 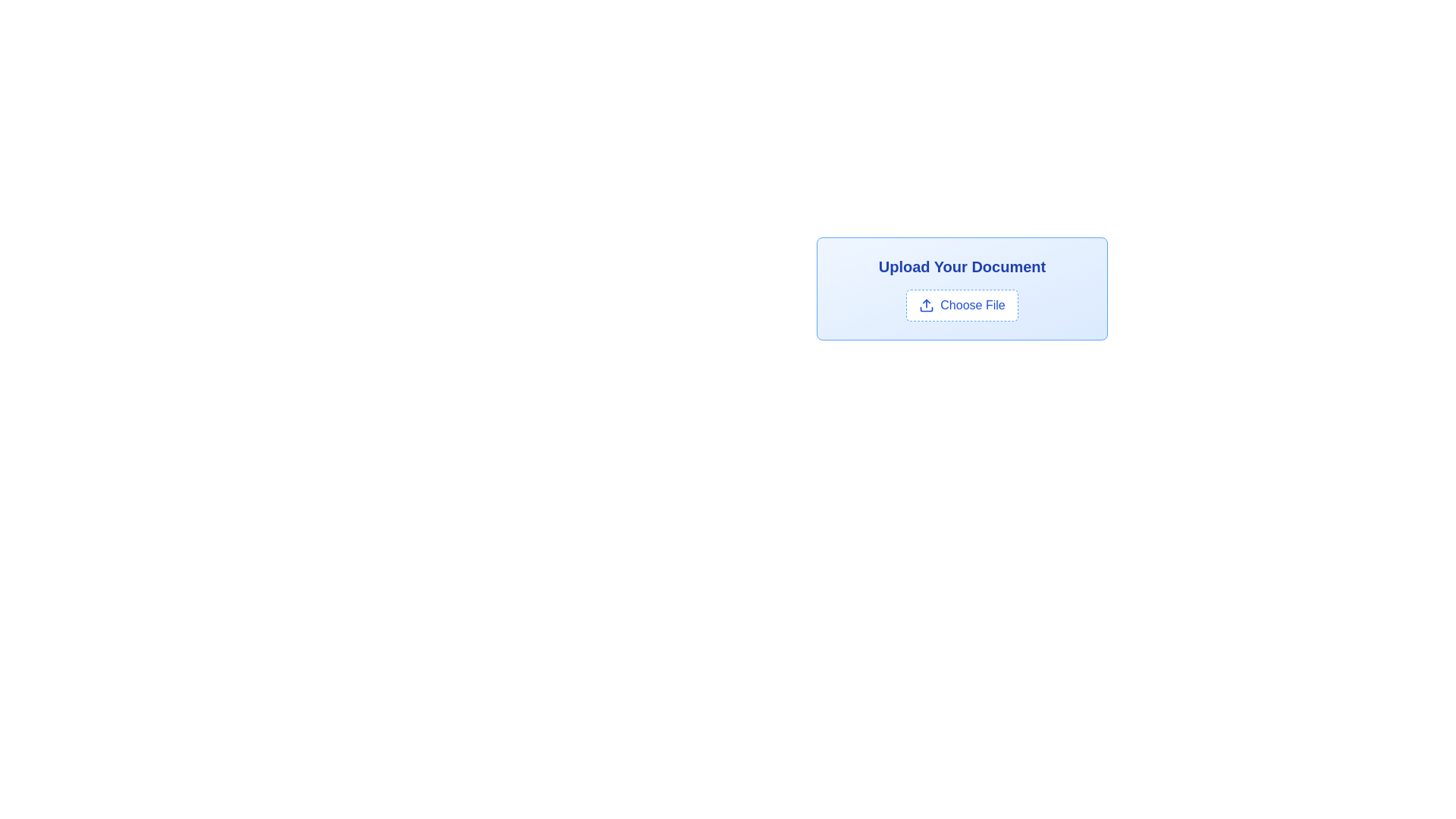 What do you see at coordinates (961, 289) in the screenshot?
I see `the button that facilitates the uploading of files, located beneath the 'Upload Your Document' text` at bounding box center [961, 289].